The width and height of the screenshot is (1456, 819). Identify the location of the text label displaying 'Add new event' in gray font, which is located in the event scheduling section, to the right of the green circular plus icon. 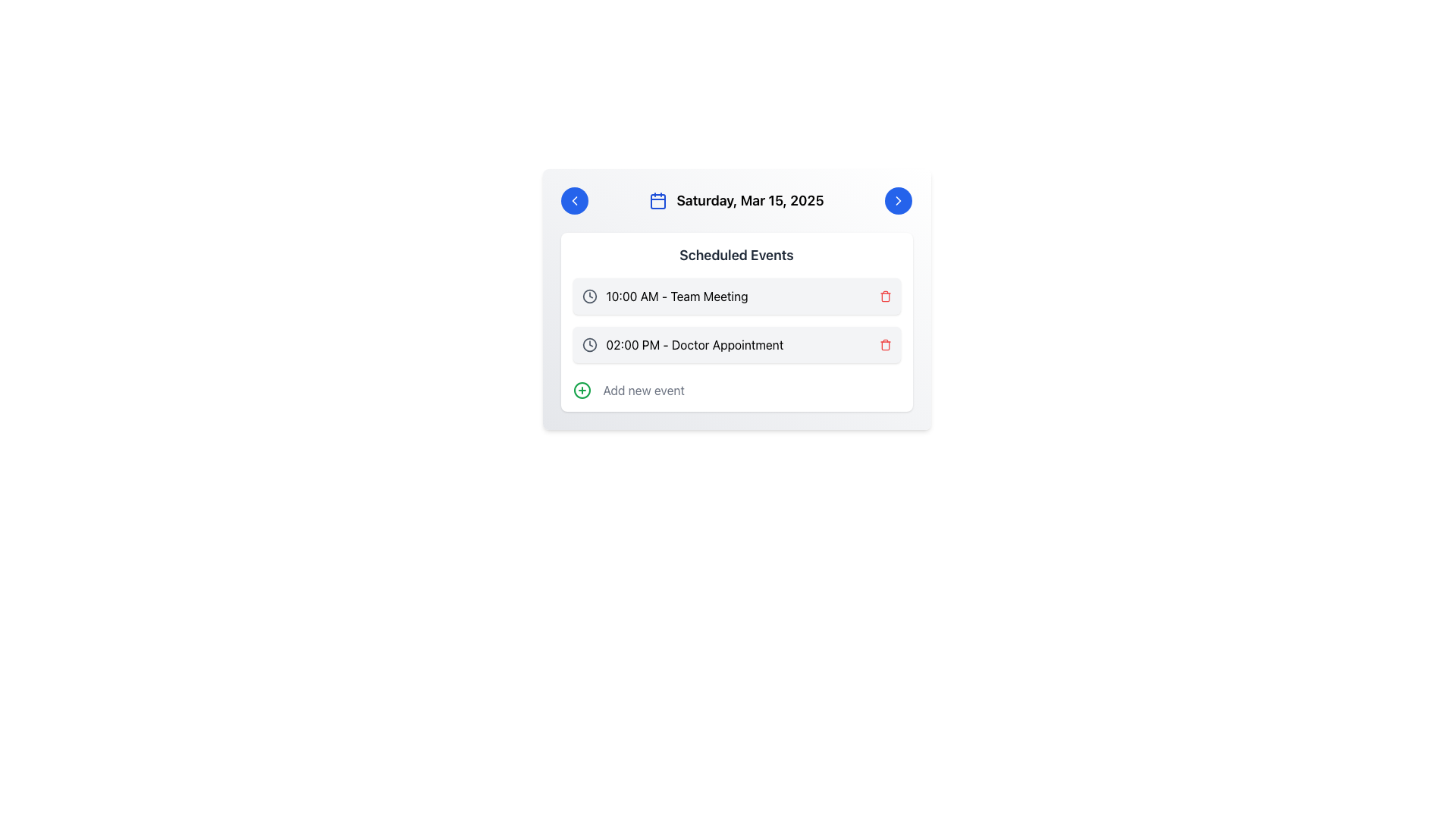
(644, 390).